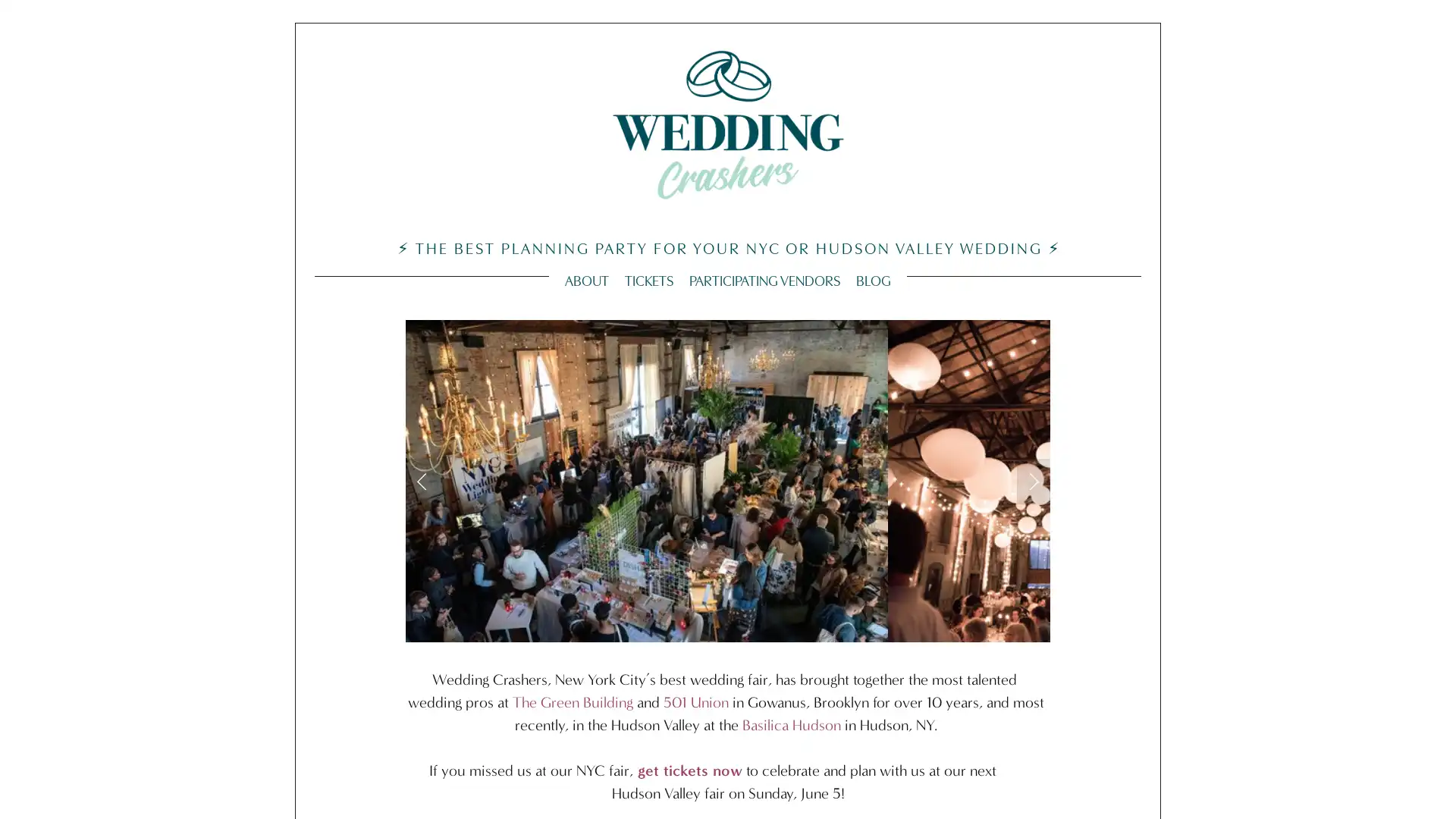 This screenshot has height=819, width=1456. I want to click on Next Slide, so click(1033, 480).